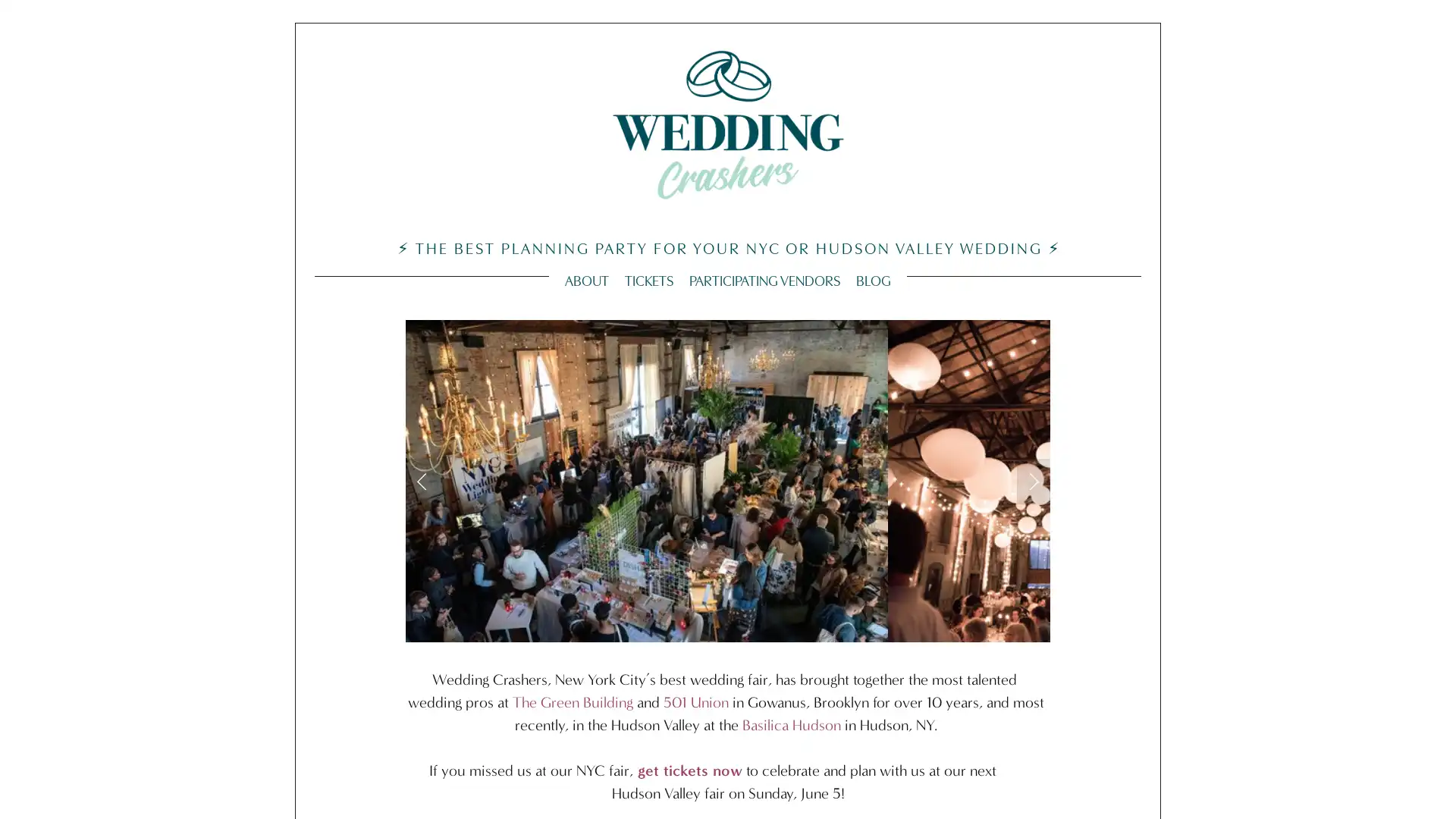 This screenshot has height=819, width=1456. I want to click on Next Slide, so click(1033, 480).